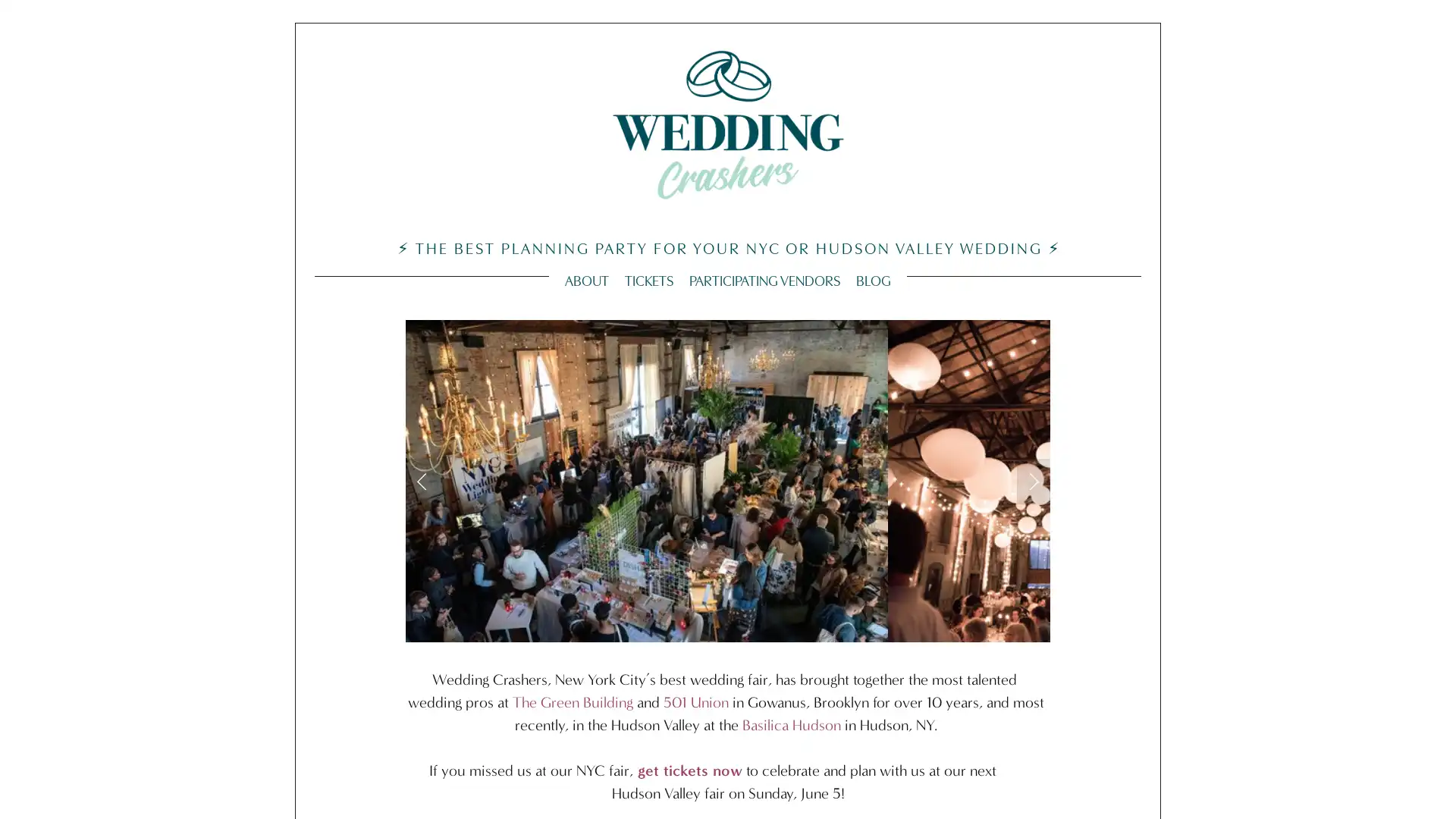 This screenshot has height=819, width=1456. I want to click on Next Slide, so click(1033, 480).